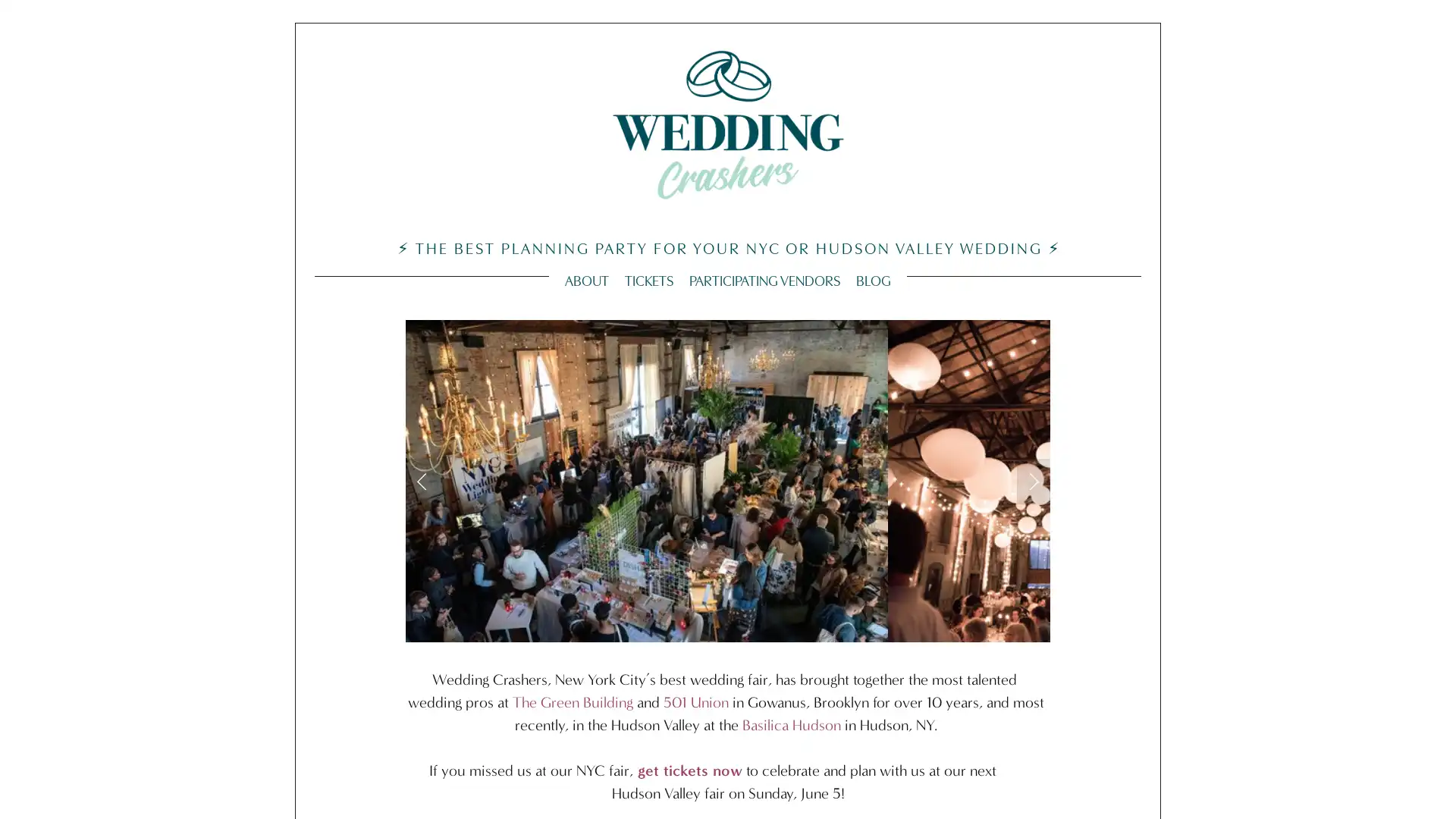 This screenshot has height=819, width=1456. I want to click on Next Slide, so click(1033, 480).